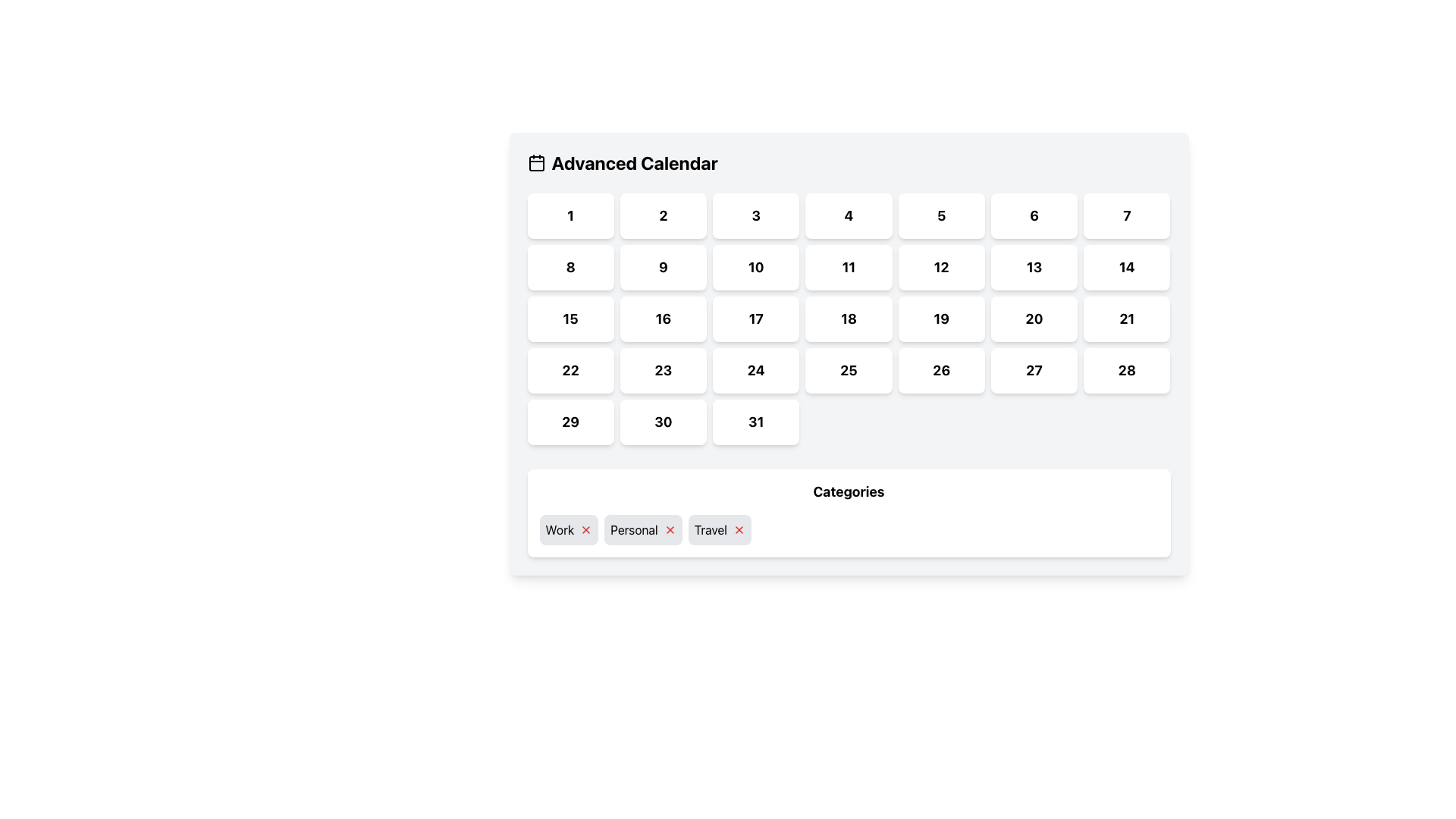  What do you see at coordinates (848, 216) in the screenshot?
I see `the interactive button featuring the numeral '4'` at bounding box center [848, 216].